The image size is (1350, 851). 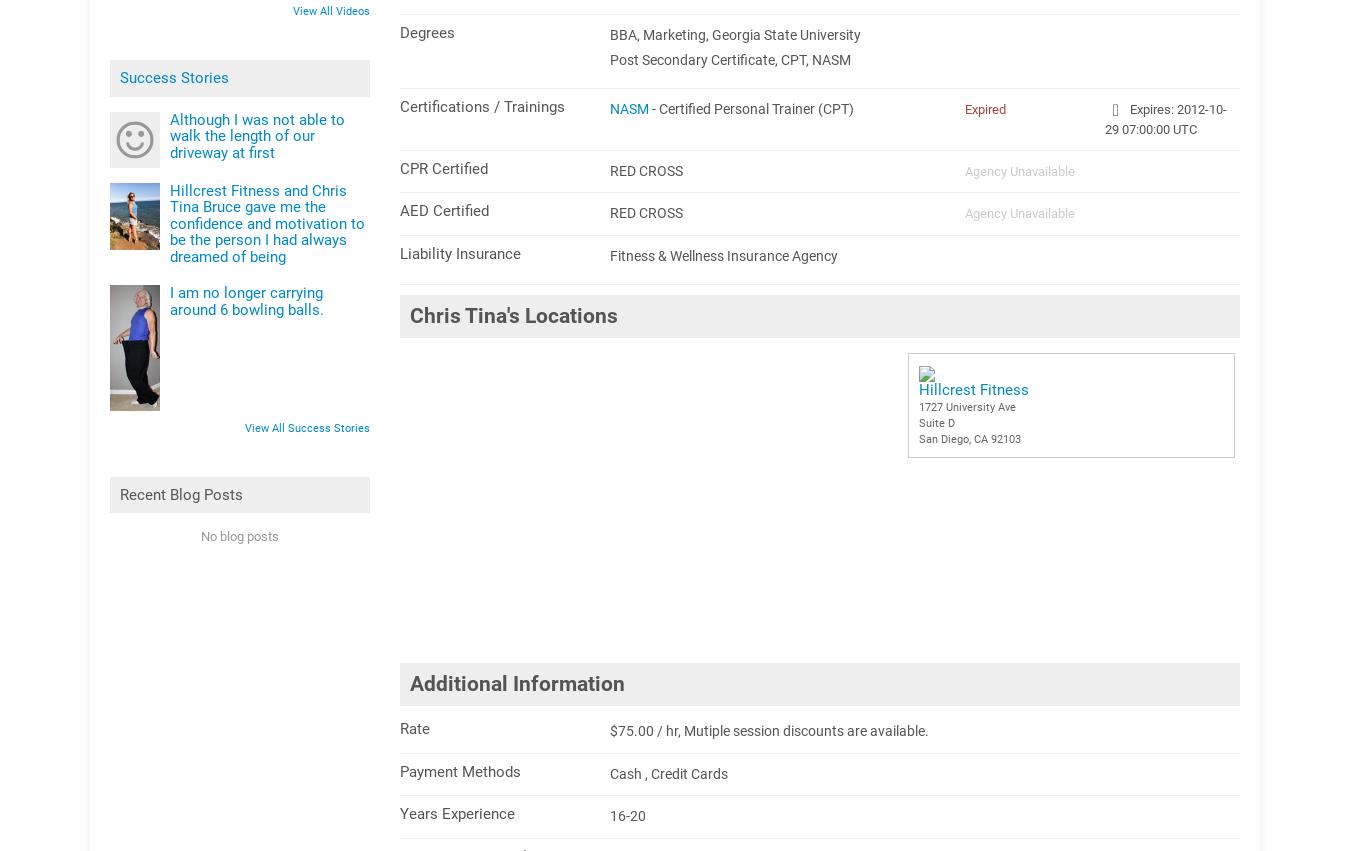 I want to click on 'Hillcrest Fitness', so click(x=971, y=389).